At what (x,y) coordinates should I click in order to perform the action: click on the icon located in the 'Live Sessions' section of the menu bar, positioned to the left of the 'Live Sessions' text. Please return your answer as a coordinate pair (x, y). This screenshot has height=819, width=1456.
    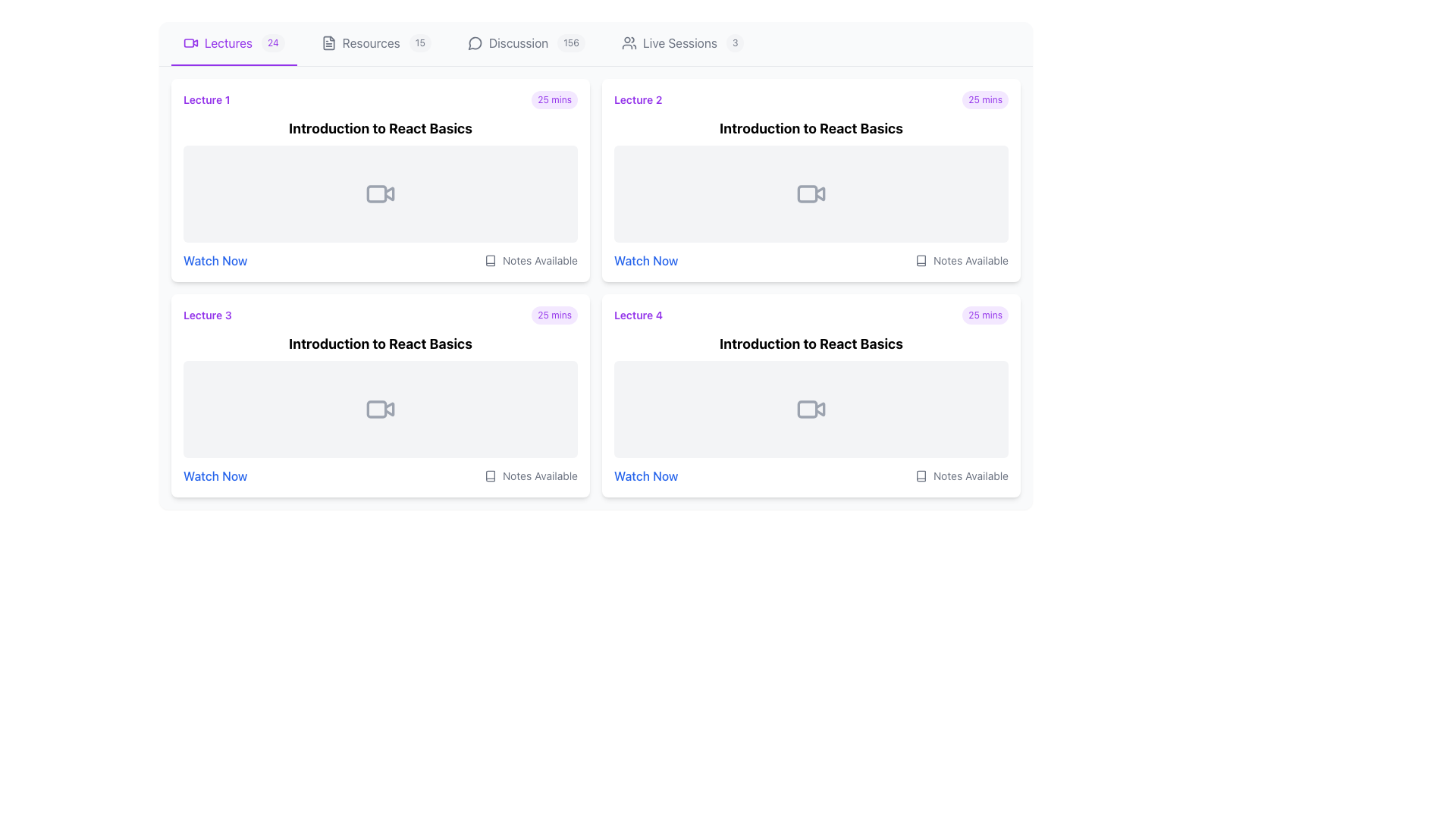
    Looking at the image, I should click on (629, 42).